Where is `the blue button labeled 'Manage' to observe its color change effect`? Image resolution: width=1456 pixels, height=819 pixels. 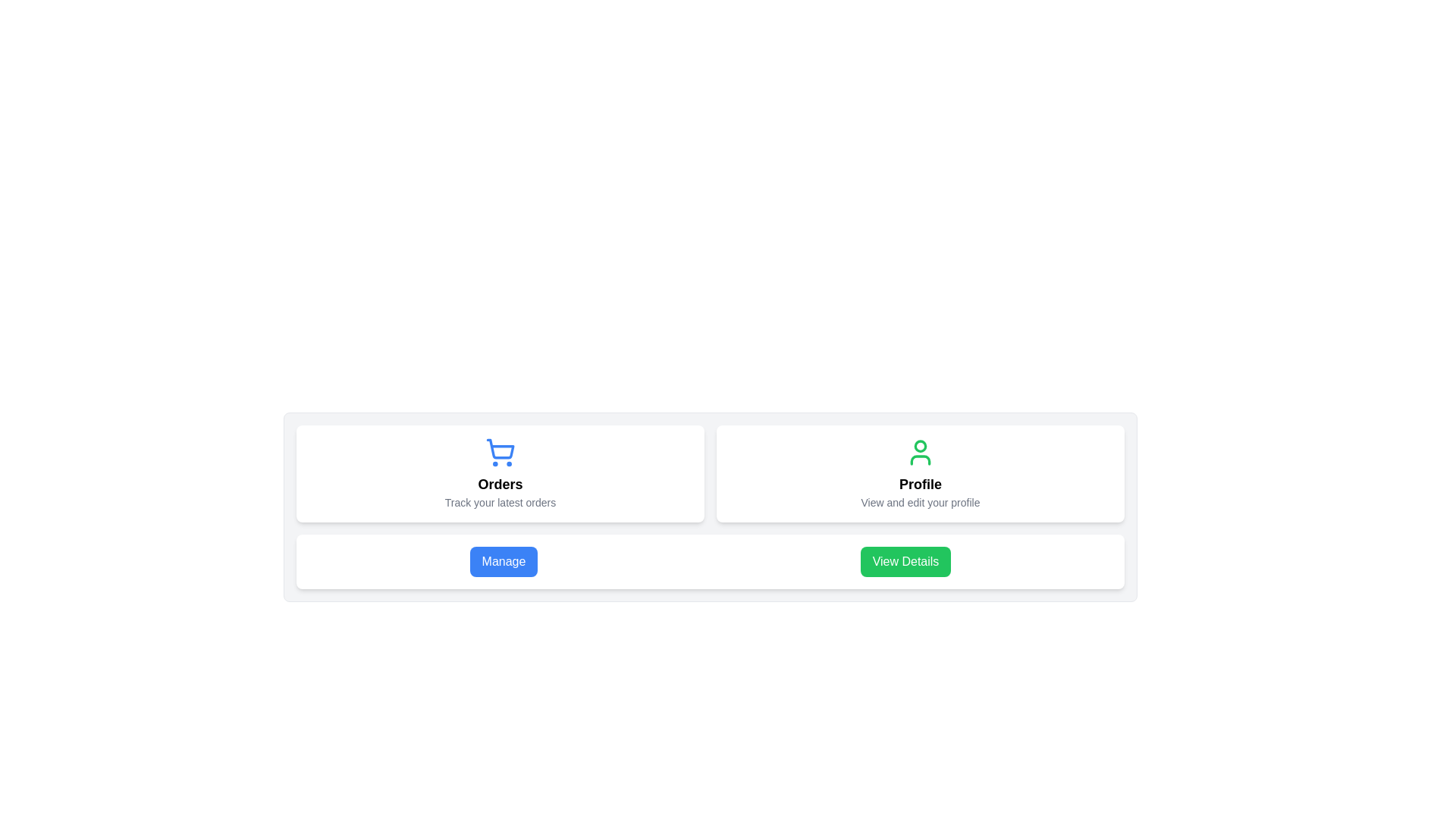
the blue button labeled 'Manage' to observe its color change effect is located at coordinates (504, 561).